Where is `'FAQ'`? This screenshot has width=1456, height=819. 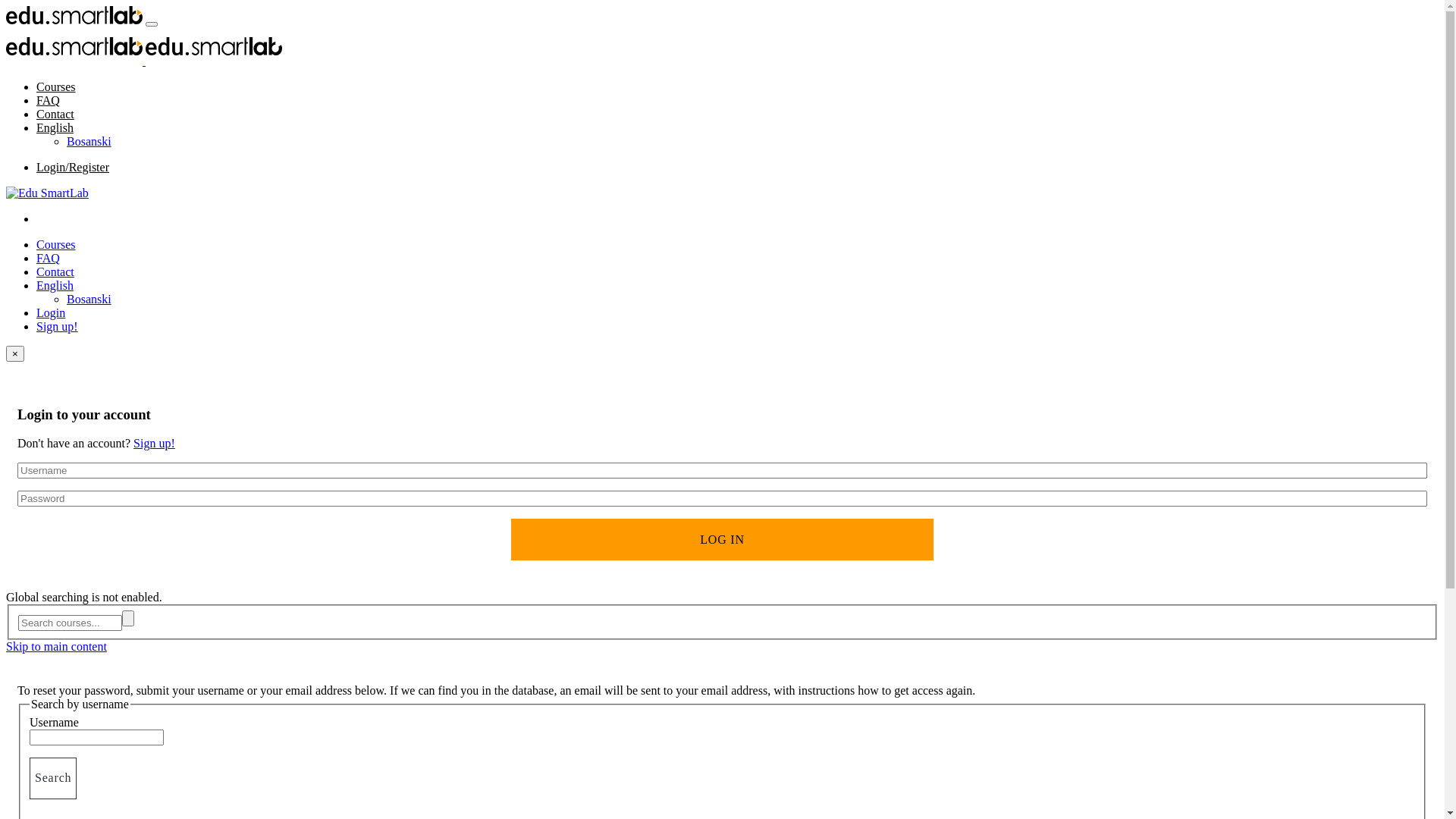 'FAQ' is located at coordinates (36, 100).